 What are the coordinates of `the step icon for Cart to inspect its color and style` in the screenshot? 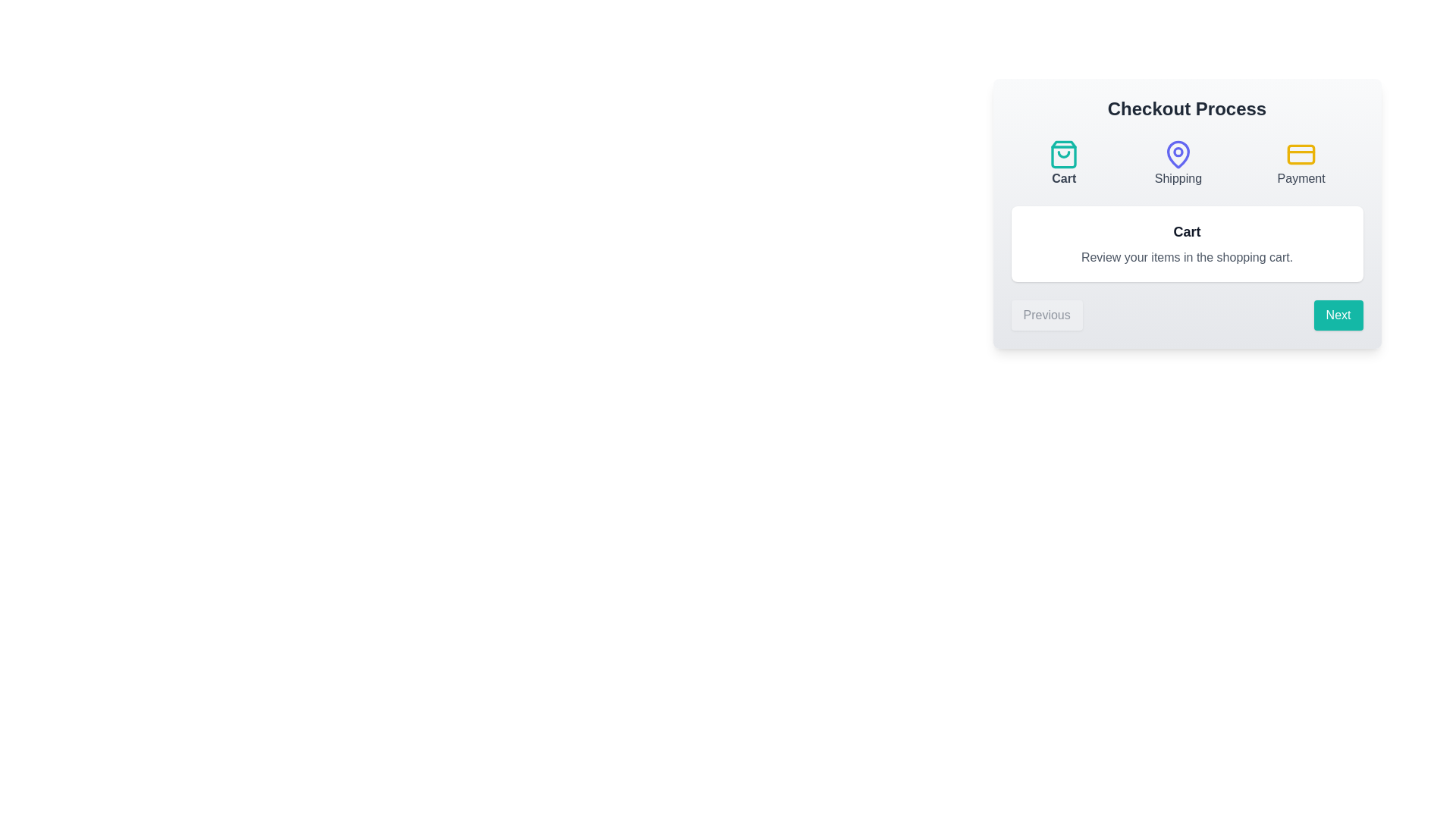 It's located at (1063, 164).